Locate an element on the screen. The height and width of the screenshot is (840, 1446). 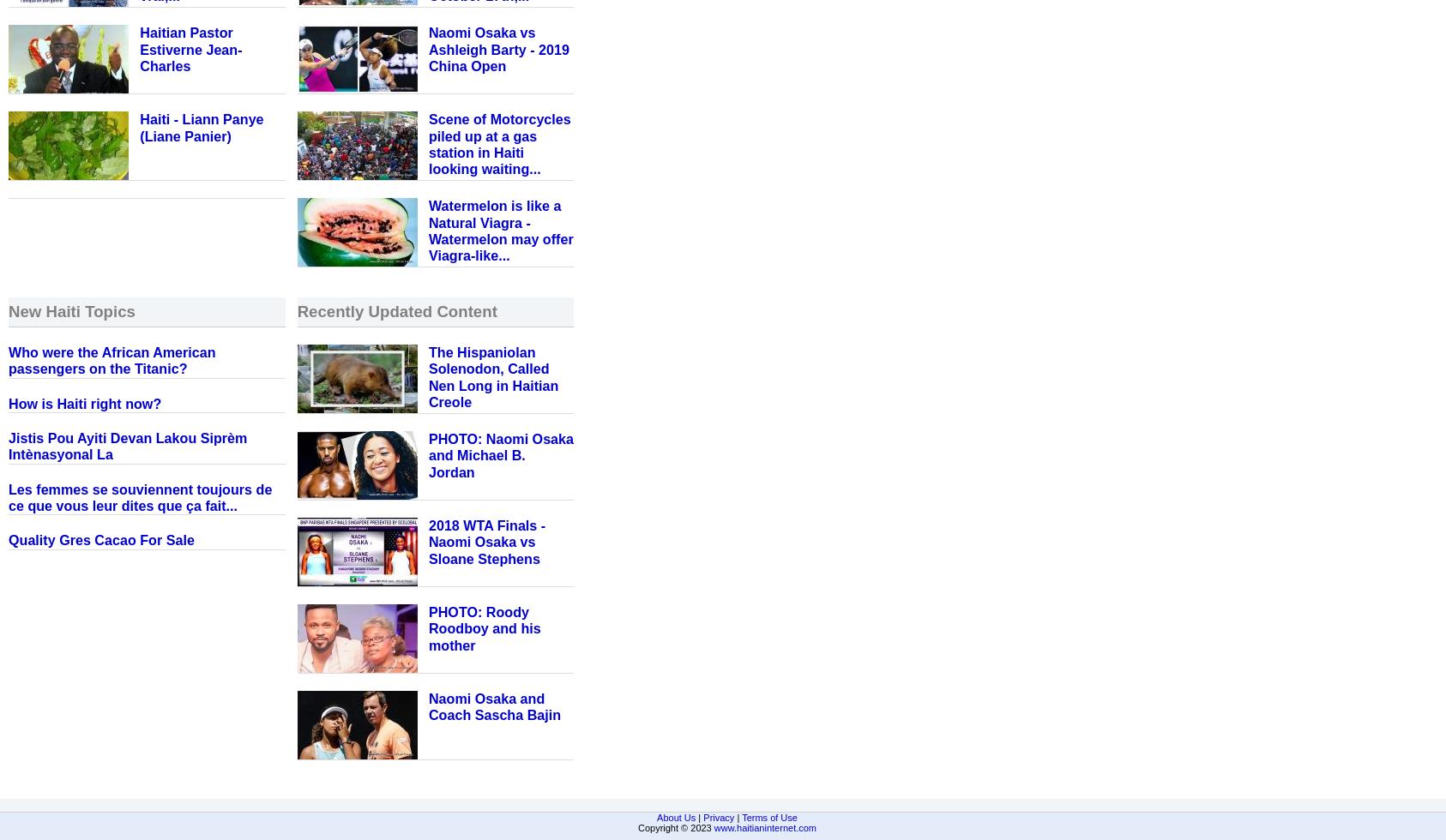
'2018 WTA Finals - Naomi Osaka vs Sloane Stephens' is located at coordinates (428, 541).